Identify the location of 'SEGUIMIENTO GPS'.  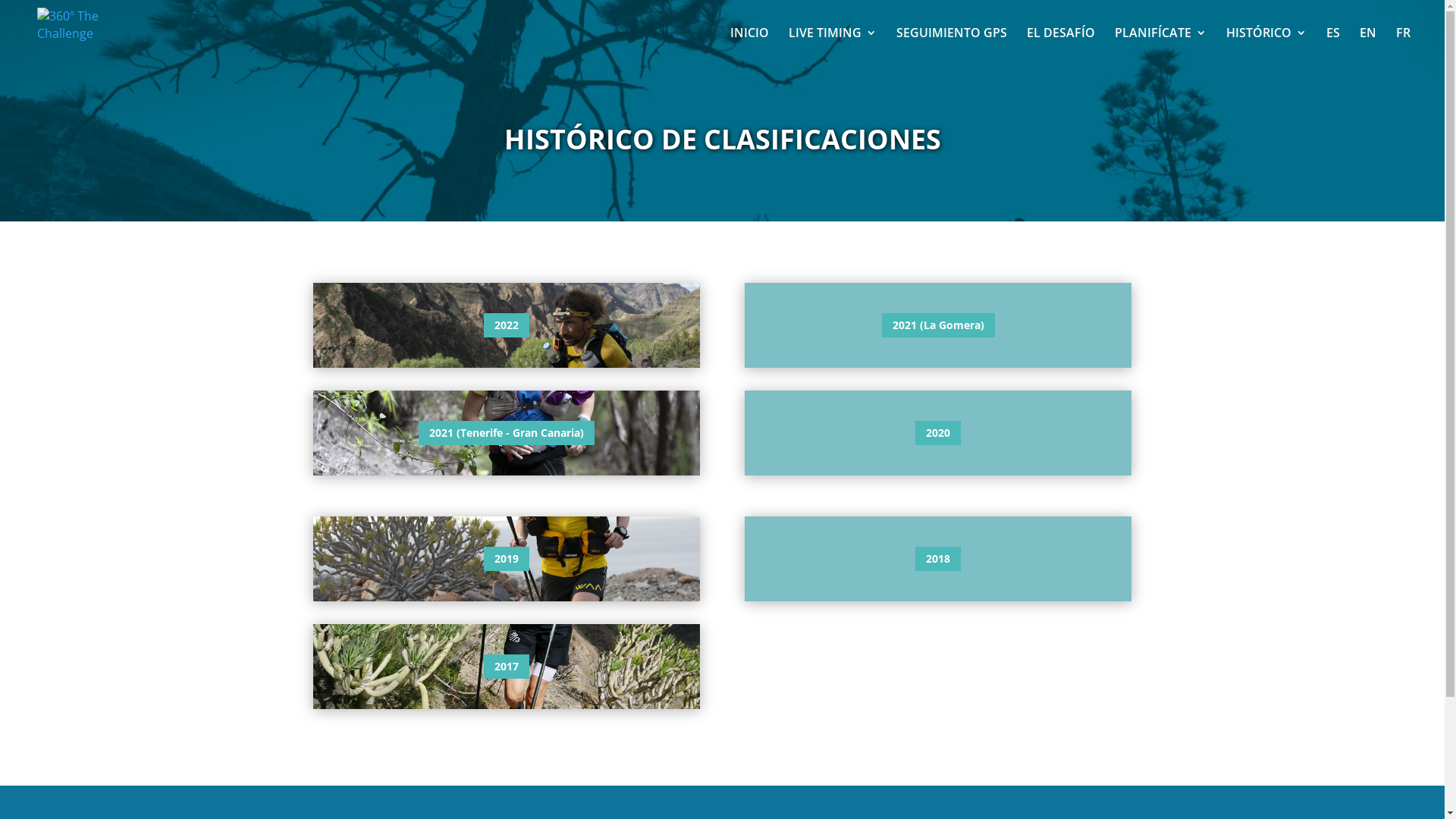
(950, 45).